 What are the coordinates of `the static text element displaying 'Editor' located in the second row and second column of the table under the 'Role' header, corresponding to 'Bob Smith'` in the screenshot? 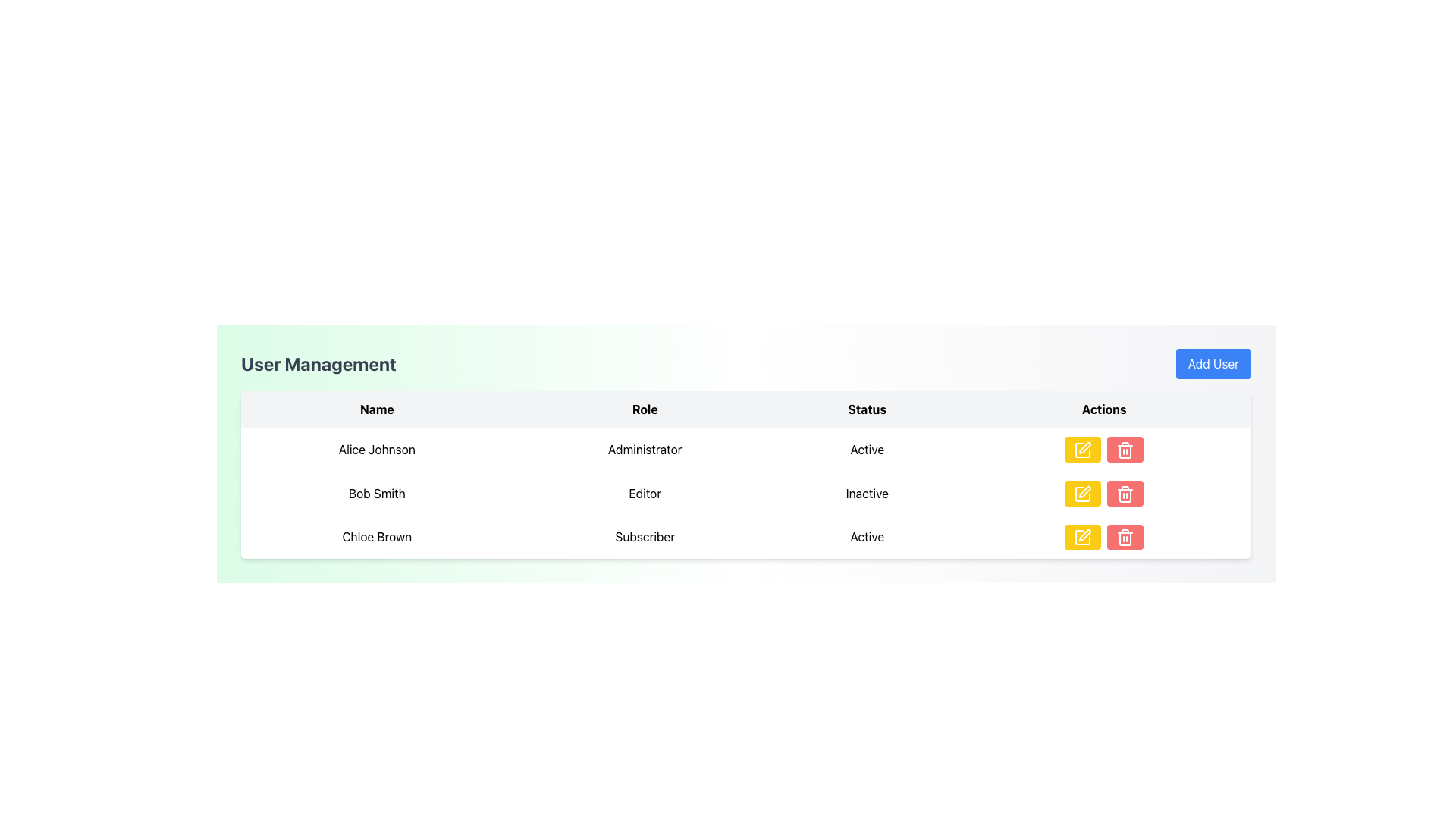 It's located at (645, 493).